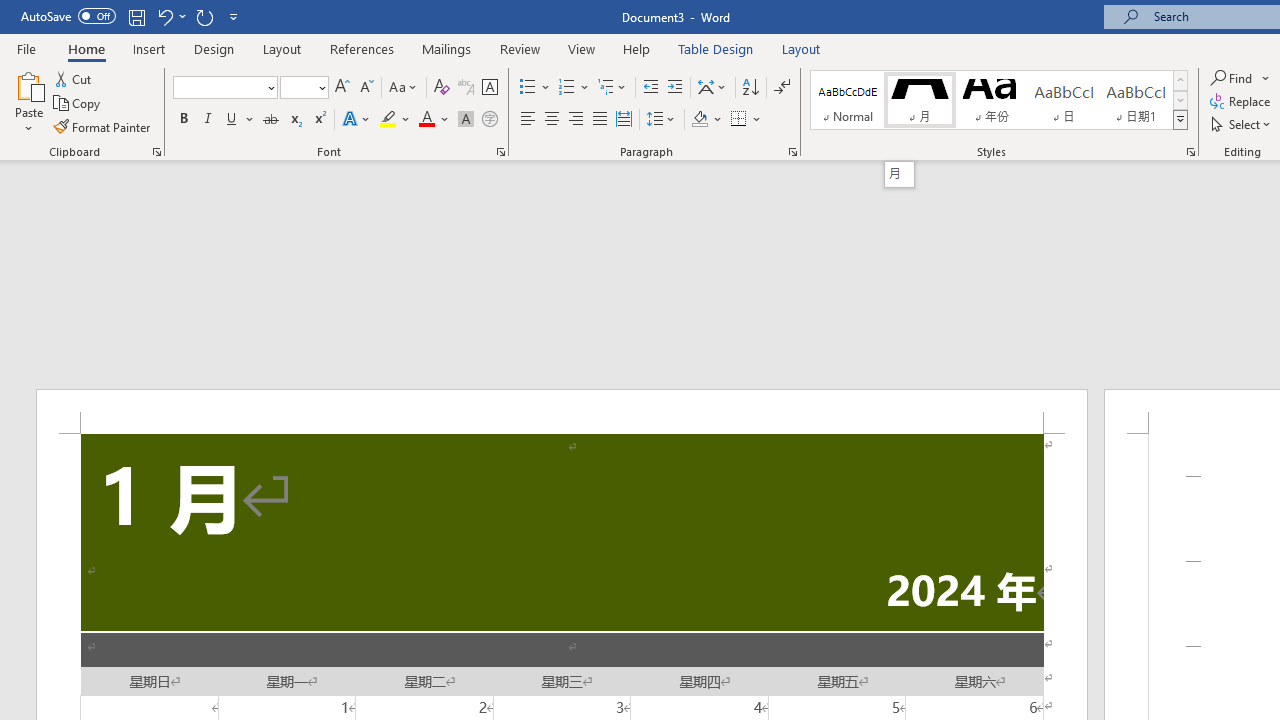 The image size is (1280, 720). I want to click on 'Text Highlight Color Yellow', so click(388, 119).